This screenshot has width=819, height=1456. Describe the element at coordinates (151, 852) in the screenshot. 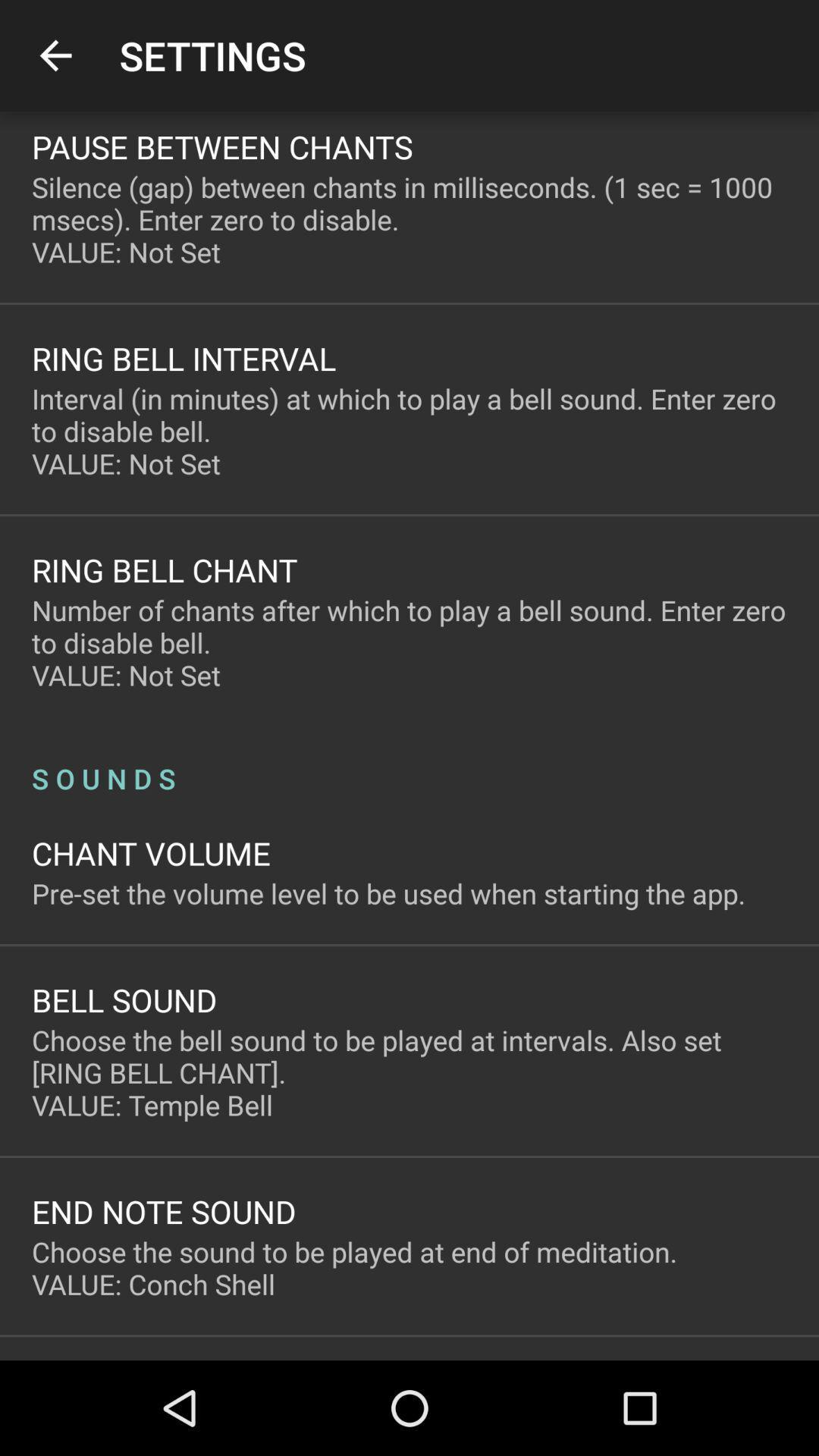

I see `the chant volume item` at that location.